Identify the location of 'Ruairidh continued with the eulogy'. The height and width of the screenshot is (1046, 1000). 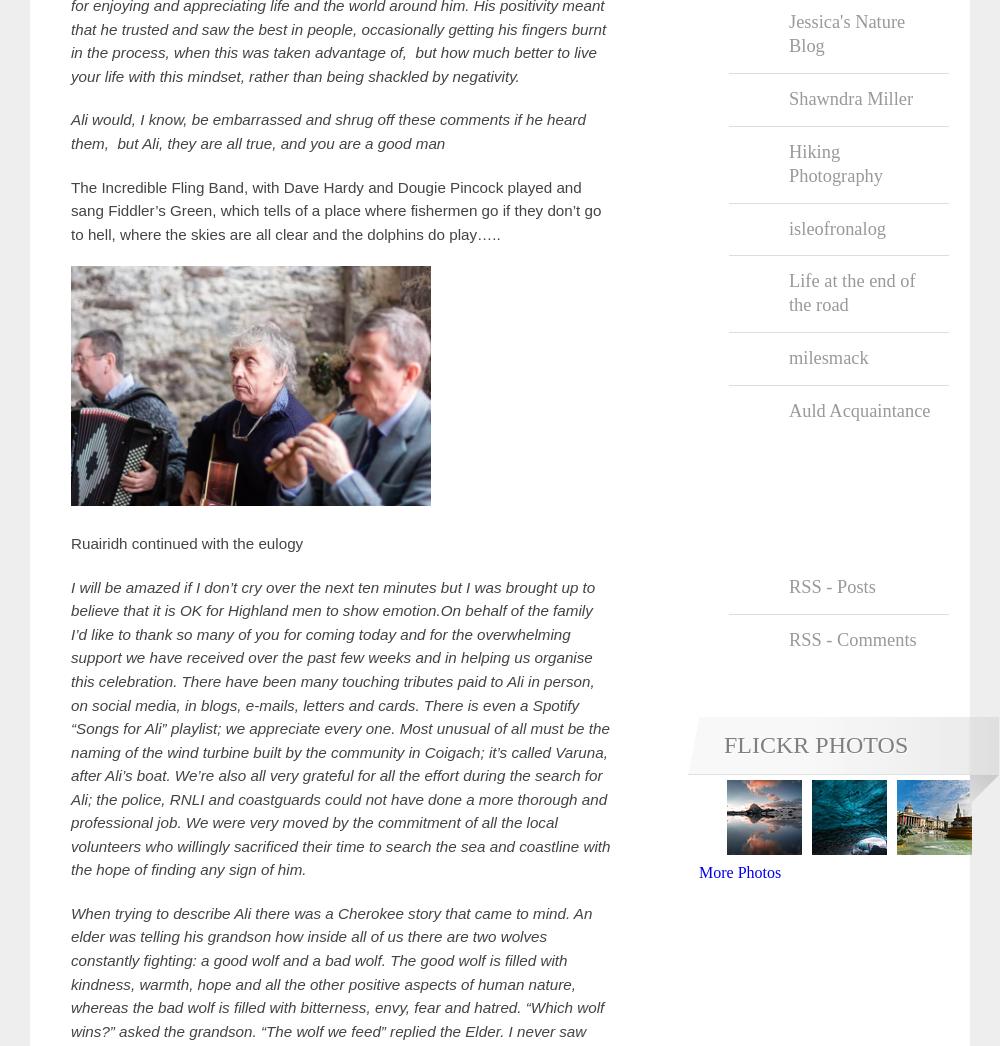
(187, 542).